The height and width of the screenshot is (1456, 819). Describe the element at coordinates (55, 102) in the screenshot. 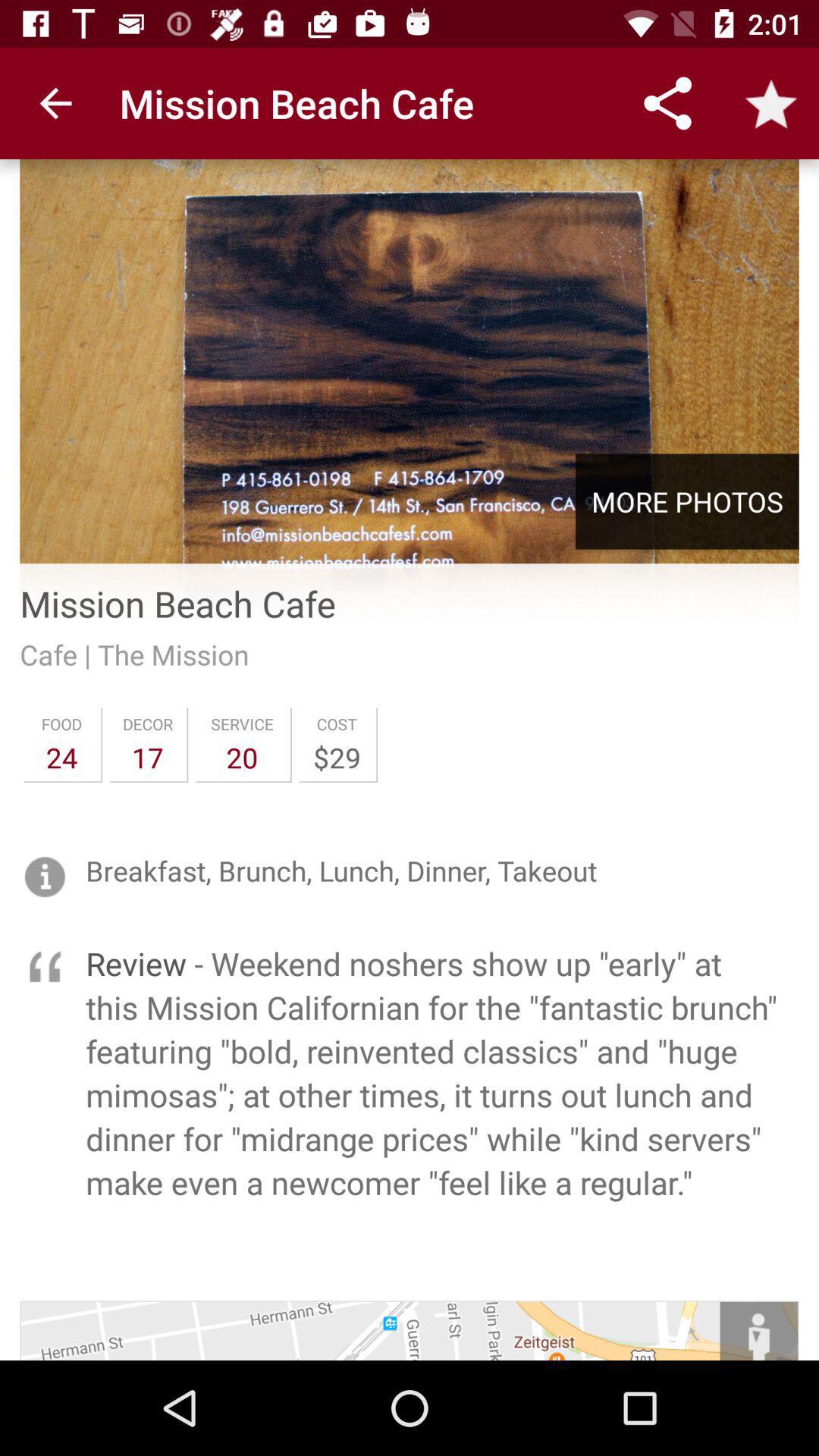

I see `the item next to the mission beach cafe app` at that location.